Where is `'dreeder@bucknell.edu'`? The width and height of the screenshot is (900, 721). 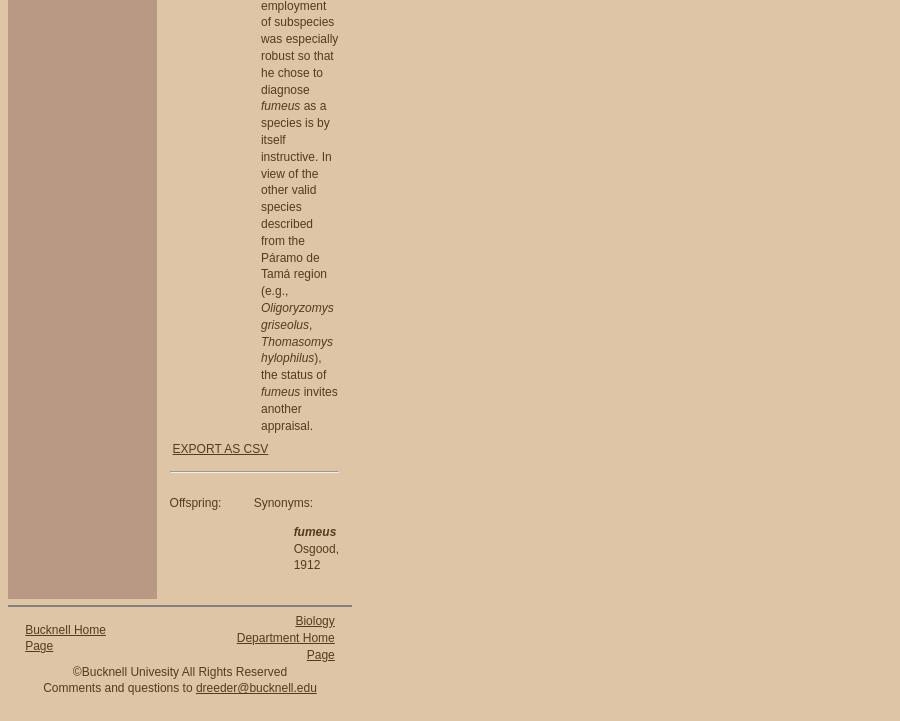
'dreeder@bucknell.edu' is located at coordinates (254, 686).